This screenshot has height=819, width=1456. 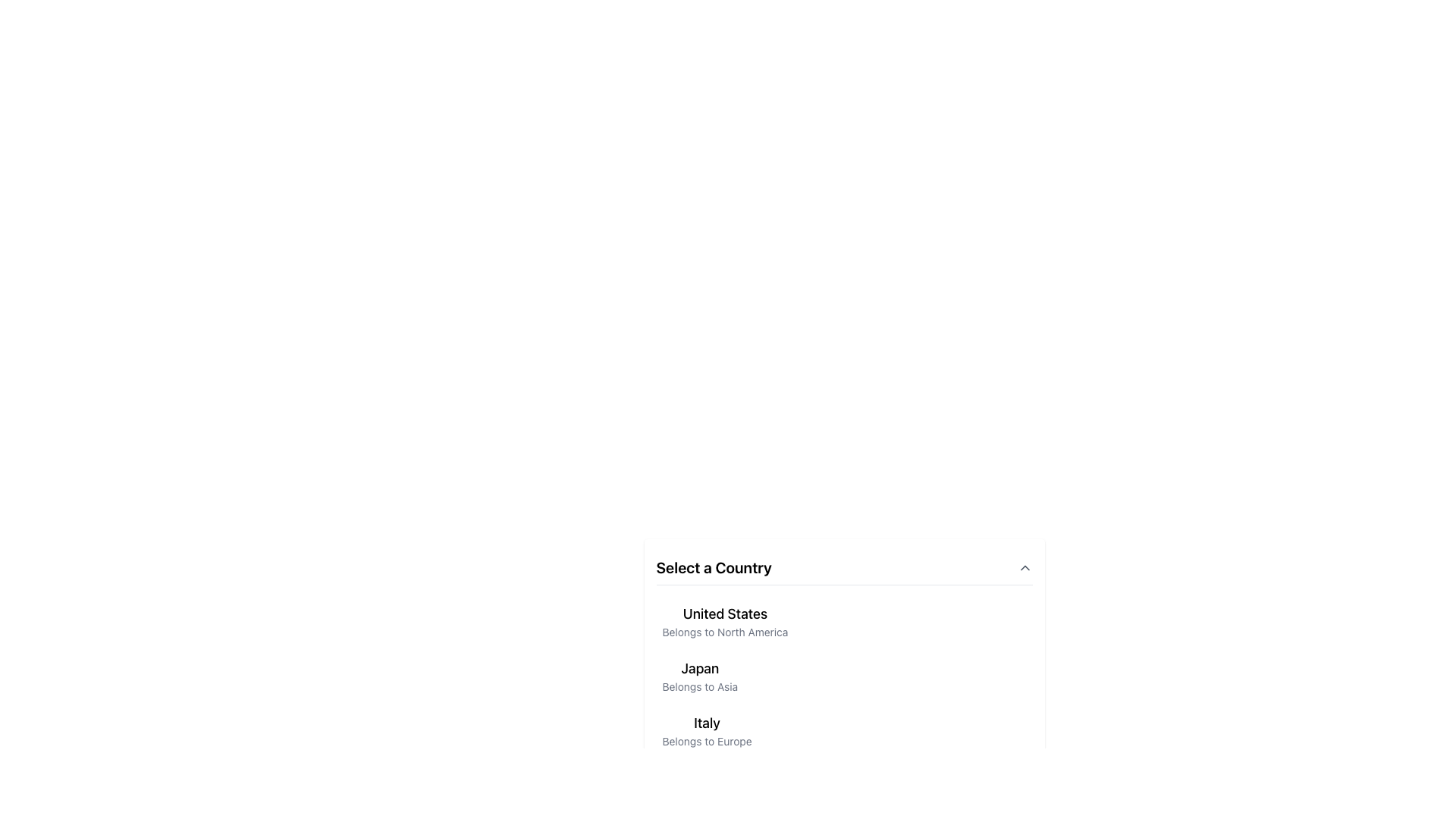 I want to click on text content of the Text Label representing the country 'United States', which is the first listing in the dropdown-style menu above 'Belongs to North America', so click(x=724, y=614).